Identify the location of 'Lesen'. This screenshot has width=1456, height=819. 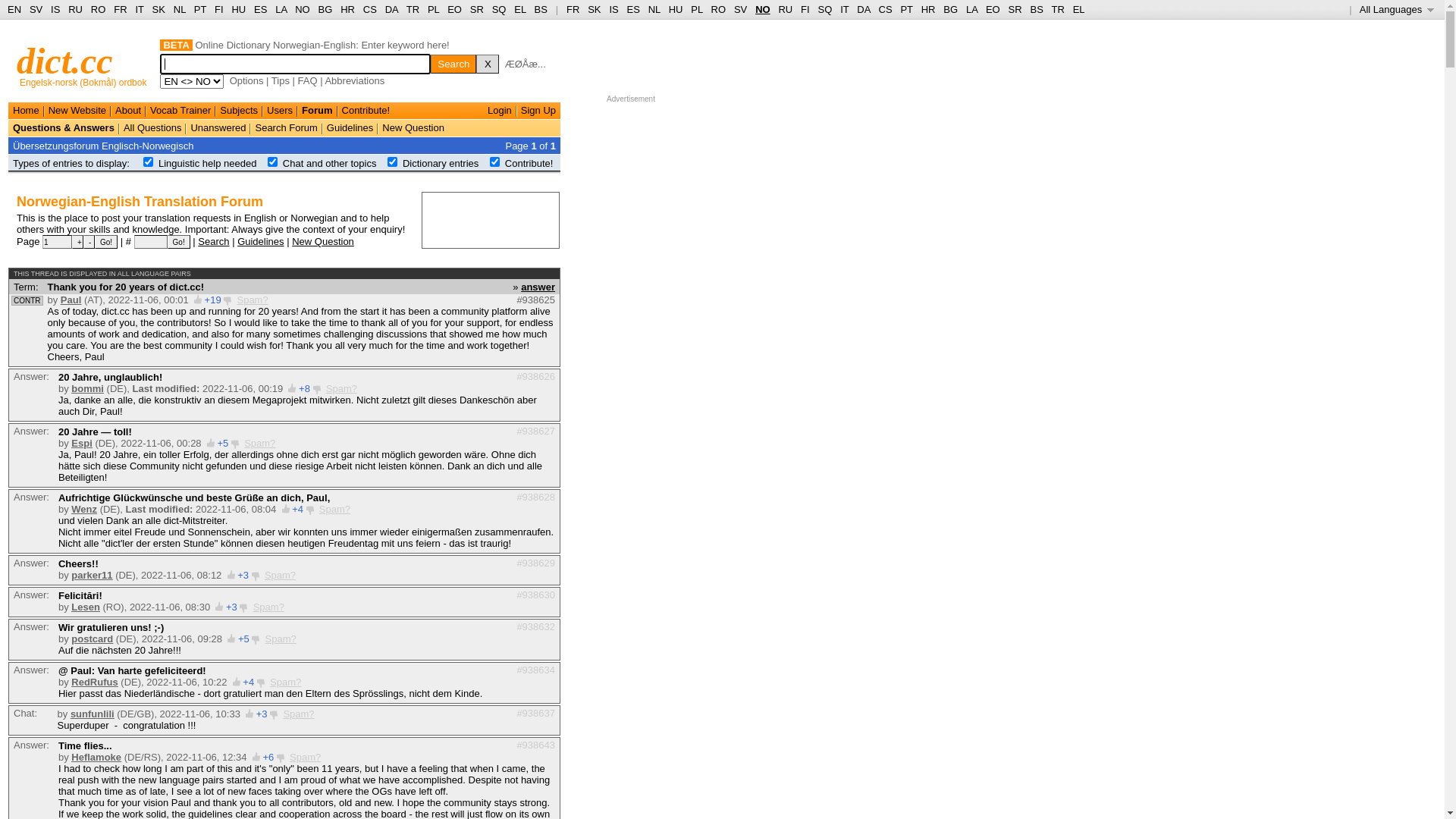
(71, 606).